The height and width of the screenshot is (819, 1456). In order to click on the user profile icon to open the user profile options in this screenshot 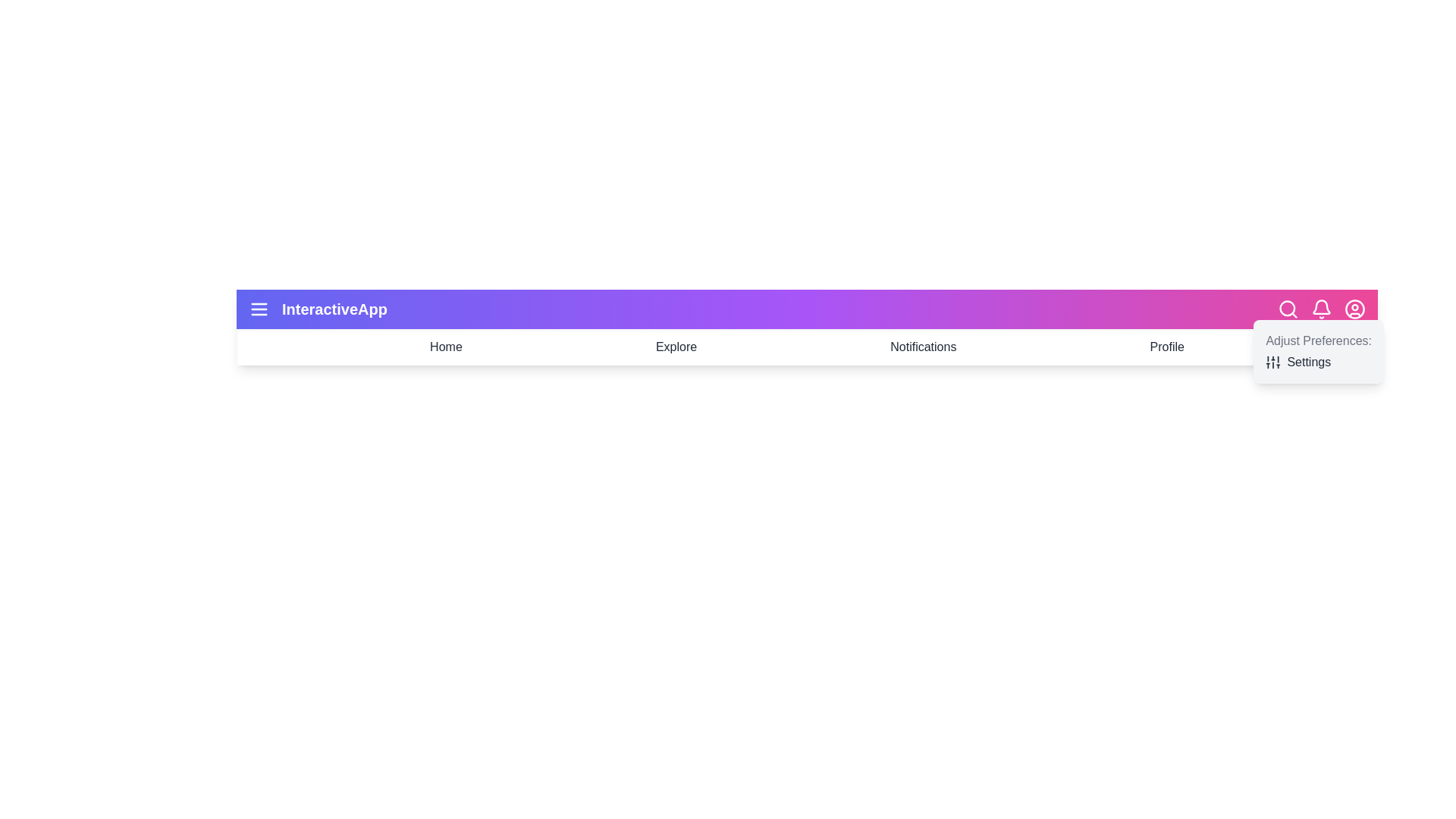, I will do `click(1354, 309)`.